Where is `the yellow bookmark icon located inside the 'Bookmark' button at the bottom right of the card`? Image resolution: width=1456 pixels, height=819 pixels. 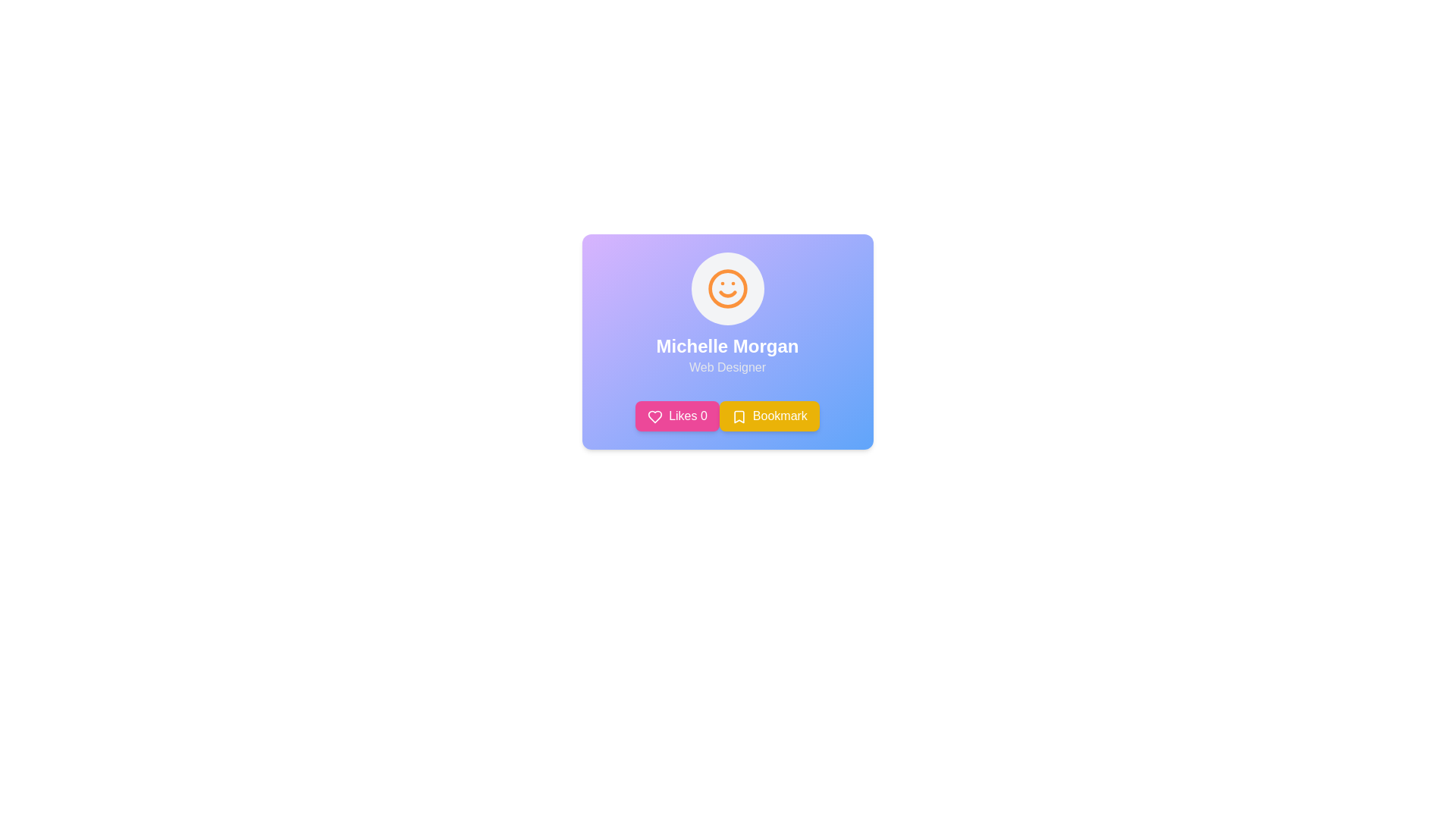 the yellow bookmark icon located inside the 'Bookmark' button at the bottom right of the card is located at coordinates (739, 416).